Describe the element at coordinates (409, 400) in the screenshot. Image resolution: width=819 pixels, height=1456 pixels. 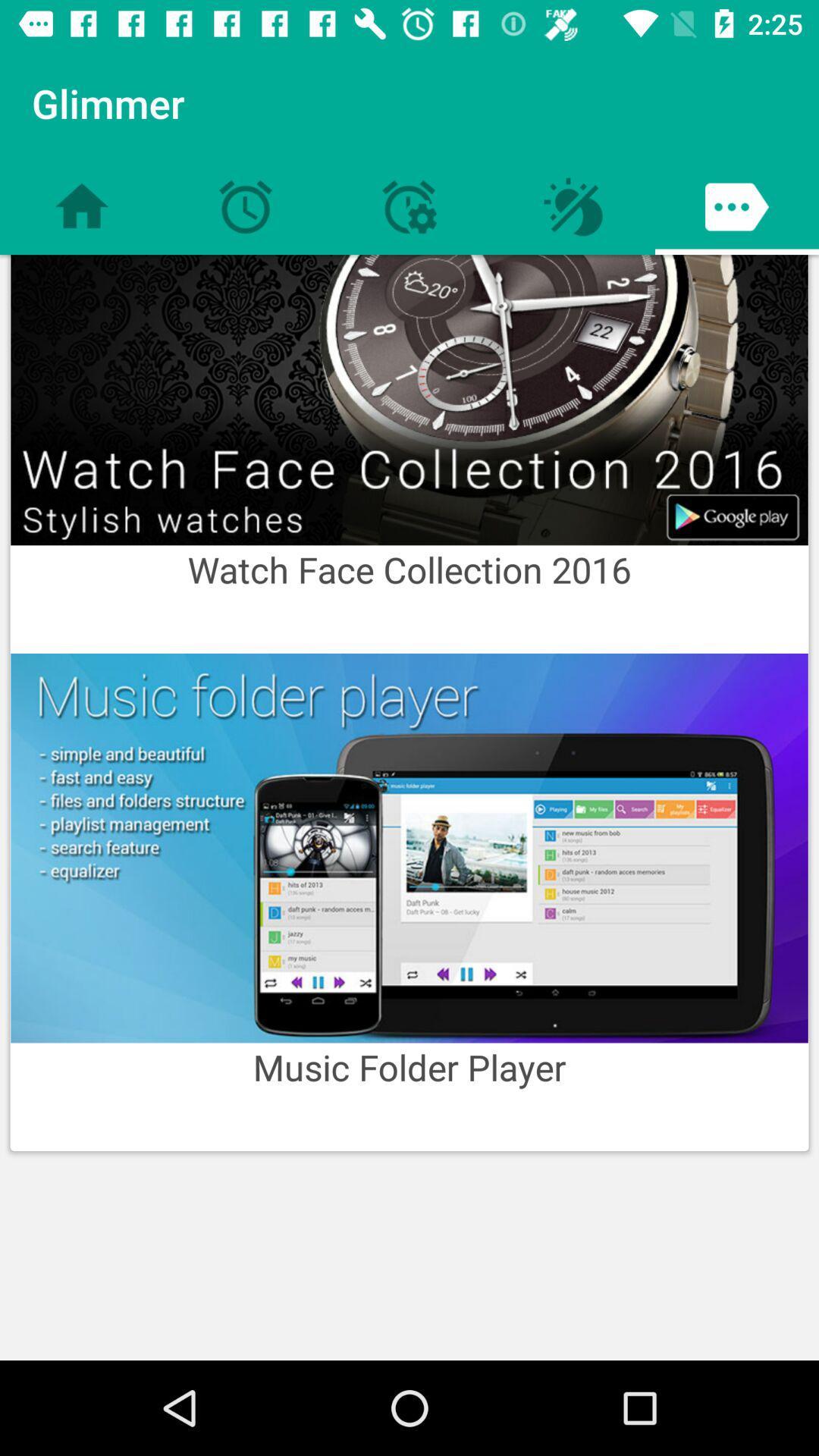
I see `click watches` at that location.